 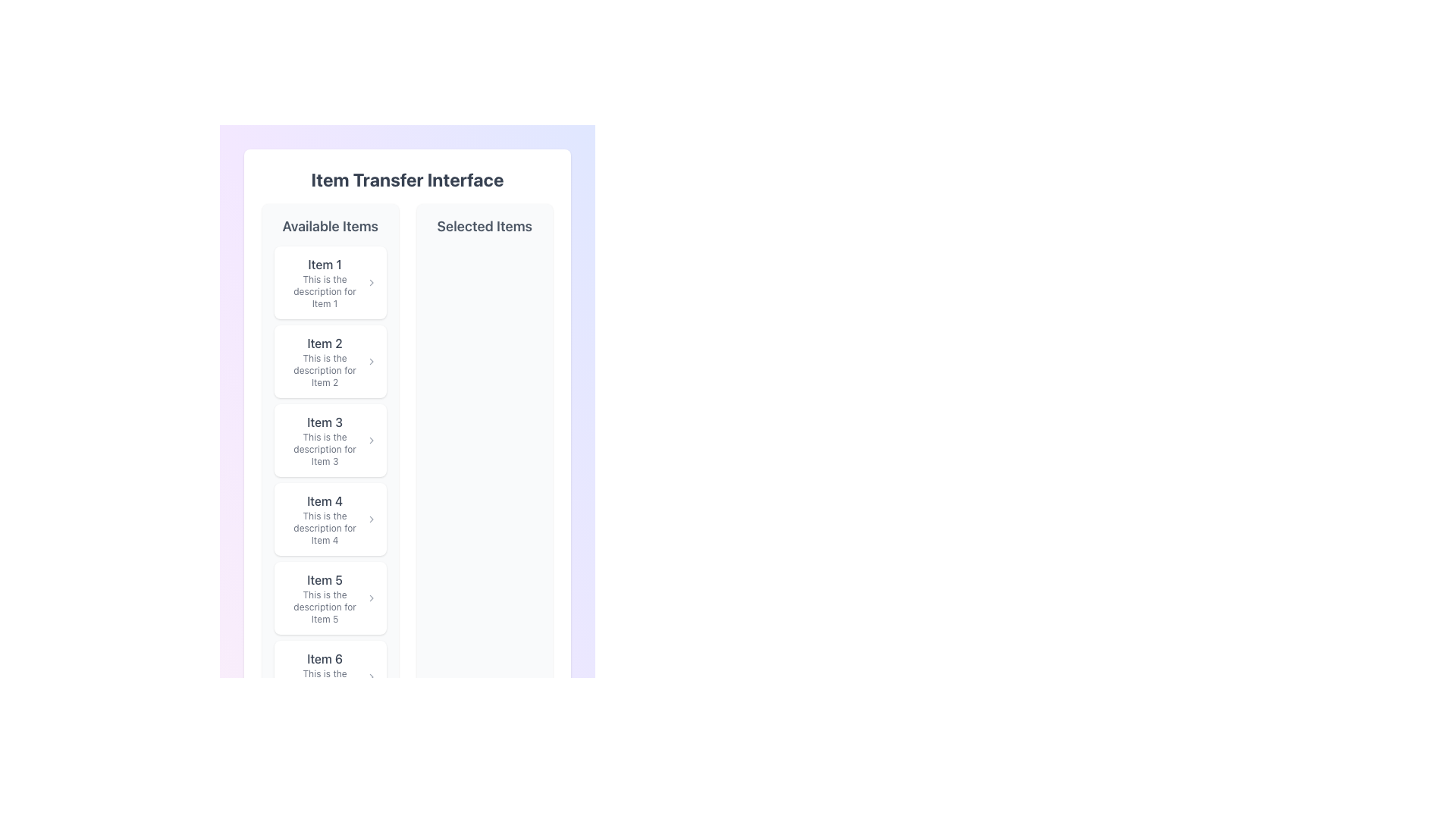 What do you see at coordinates (324, 422) in the screenshot?
I see `the Text label identifying item number '3' in the left panel under 'Available Items'` at bounding box center [324, 422].